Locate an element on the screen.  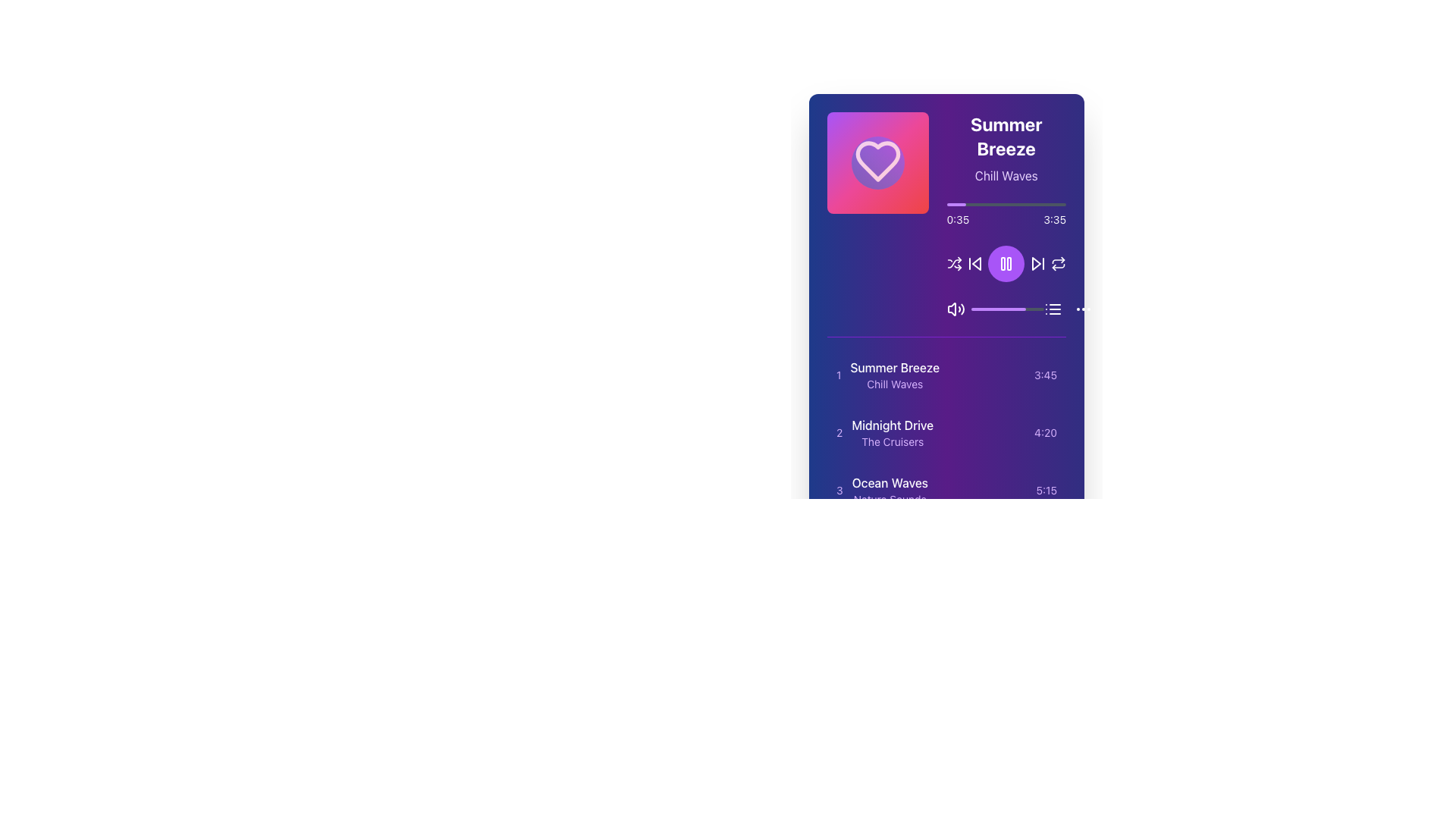
the rewind button located in the media player interface, which is the second button to the left of the playback controls, to skip back to the previous track or rewind the current track is located at coordinates (974, 262).